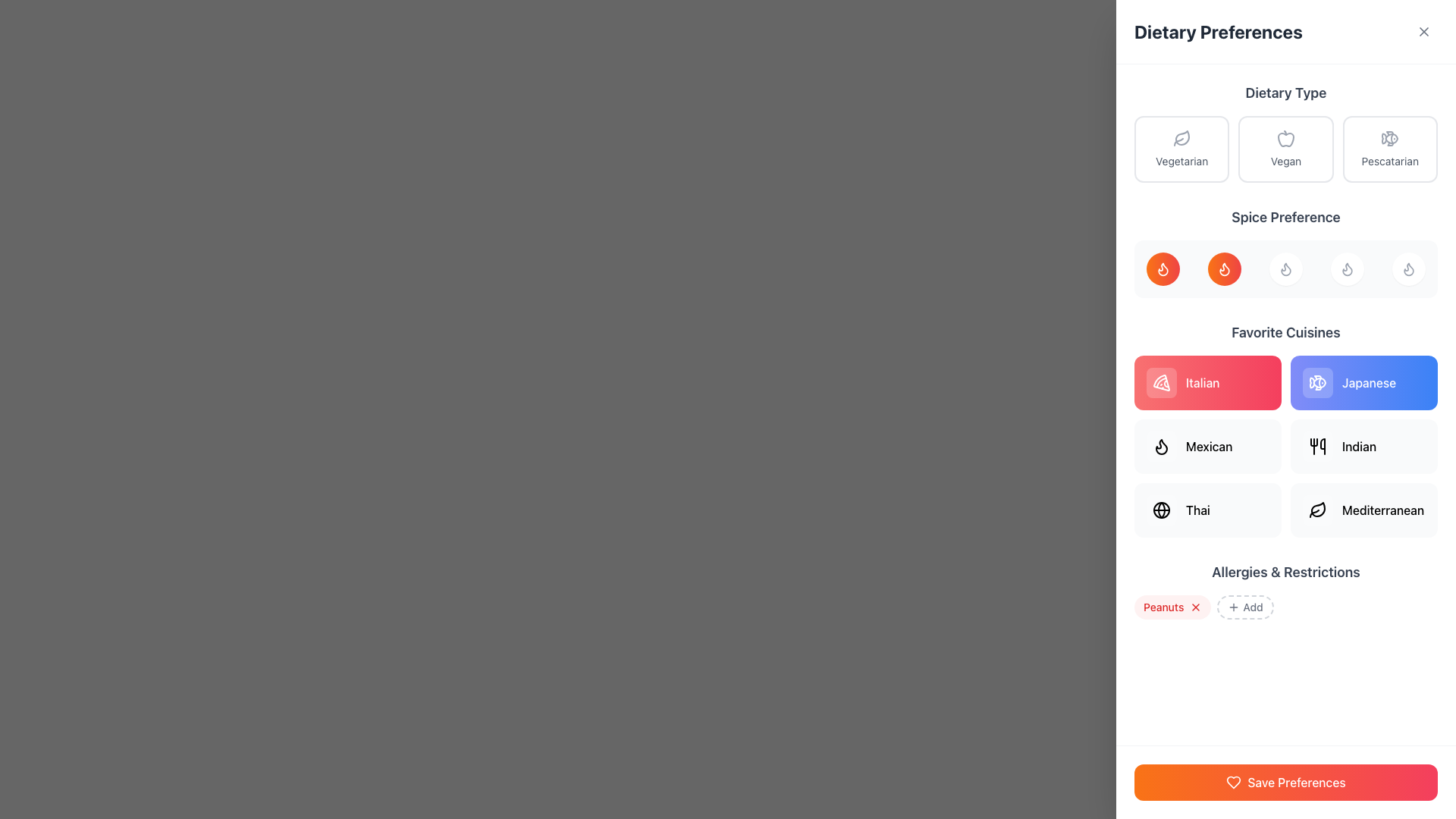 The image size is (1456, 819). What do you see at coordinates (1316, 446) in the screenshot?
I see `the square-shaped icon with rounded corners featuring a fork and spoon graphic in black, located in the 'Favorite Cuisines' section, next to 'Thai' and below 'Japanese'` at bounding box center [1316, 446].